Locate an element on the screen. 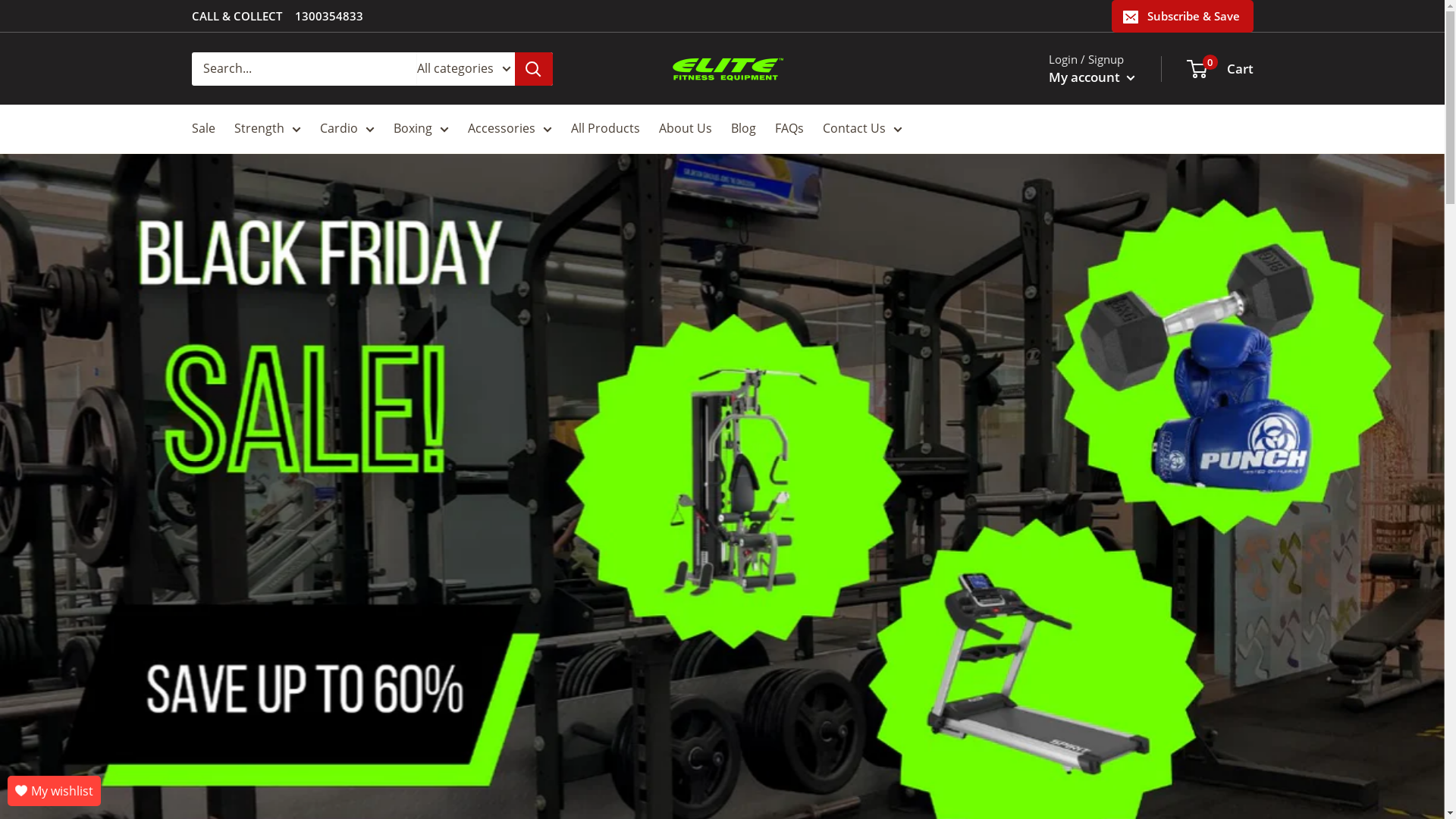  'Boxing' is located at coordinates (420, 127).